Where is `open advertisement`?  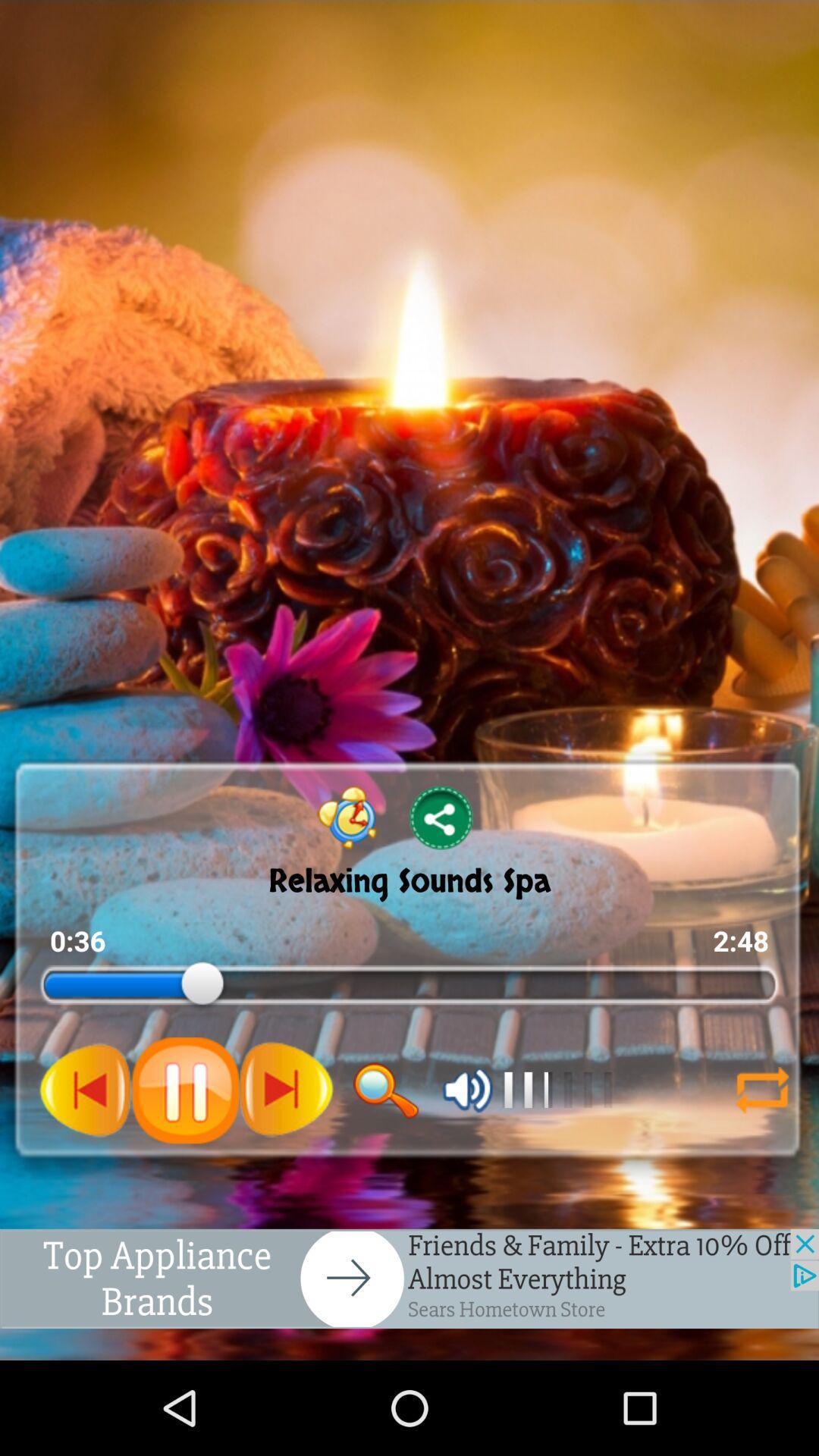
open advertisement is located at coordinates (409, 1278).